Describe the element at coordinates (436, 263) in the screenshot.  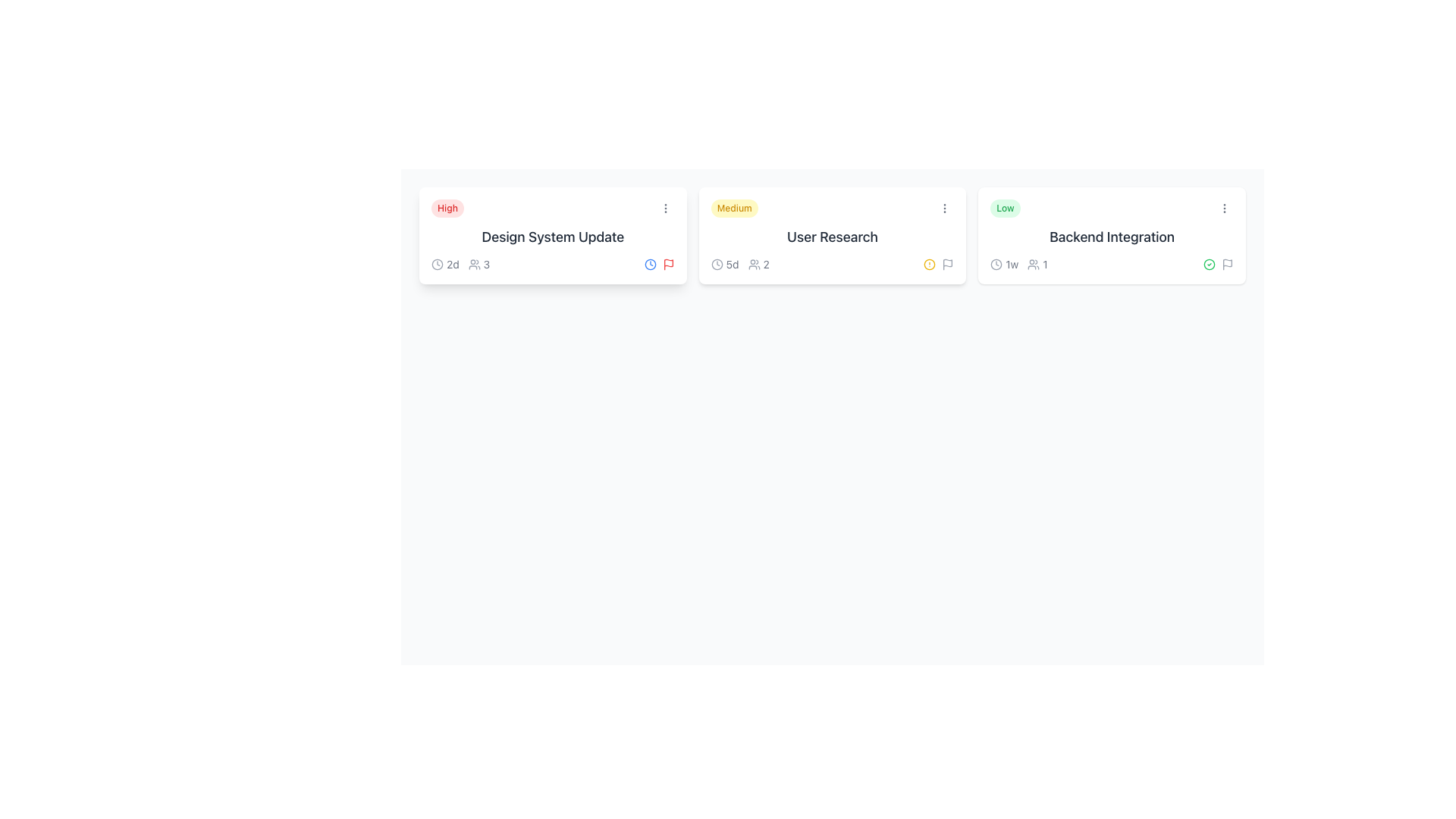
I see `the SVG circle element representing the clock in the bottom-right corner of the 'Design System Update' task card` at that location.